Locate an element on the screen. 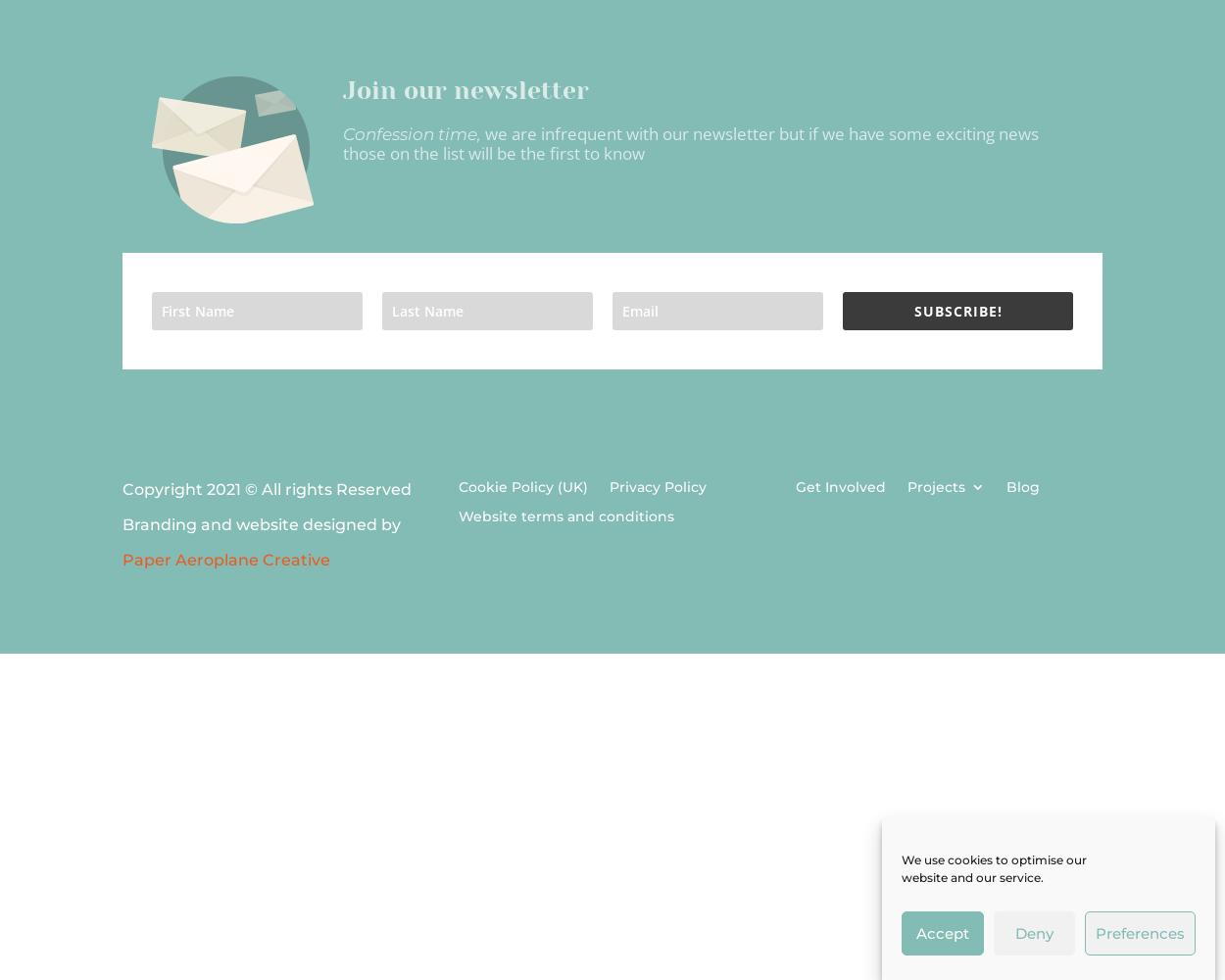 The width and height of the screenshot is (1225, 980). 'Wombles' is located at coordinates (967, 621).